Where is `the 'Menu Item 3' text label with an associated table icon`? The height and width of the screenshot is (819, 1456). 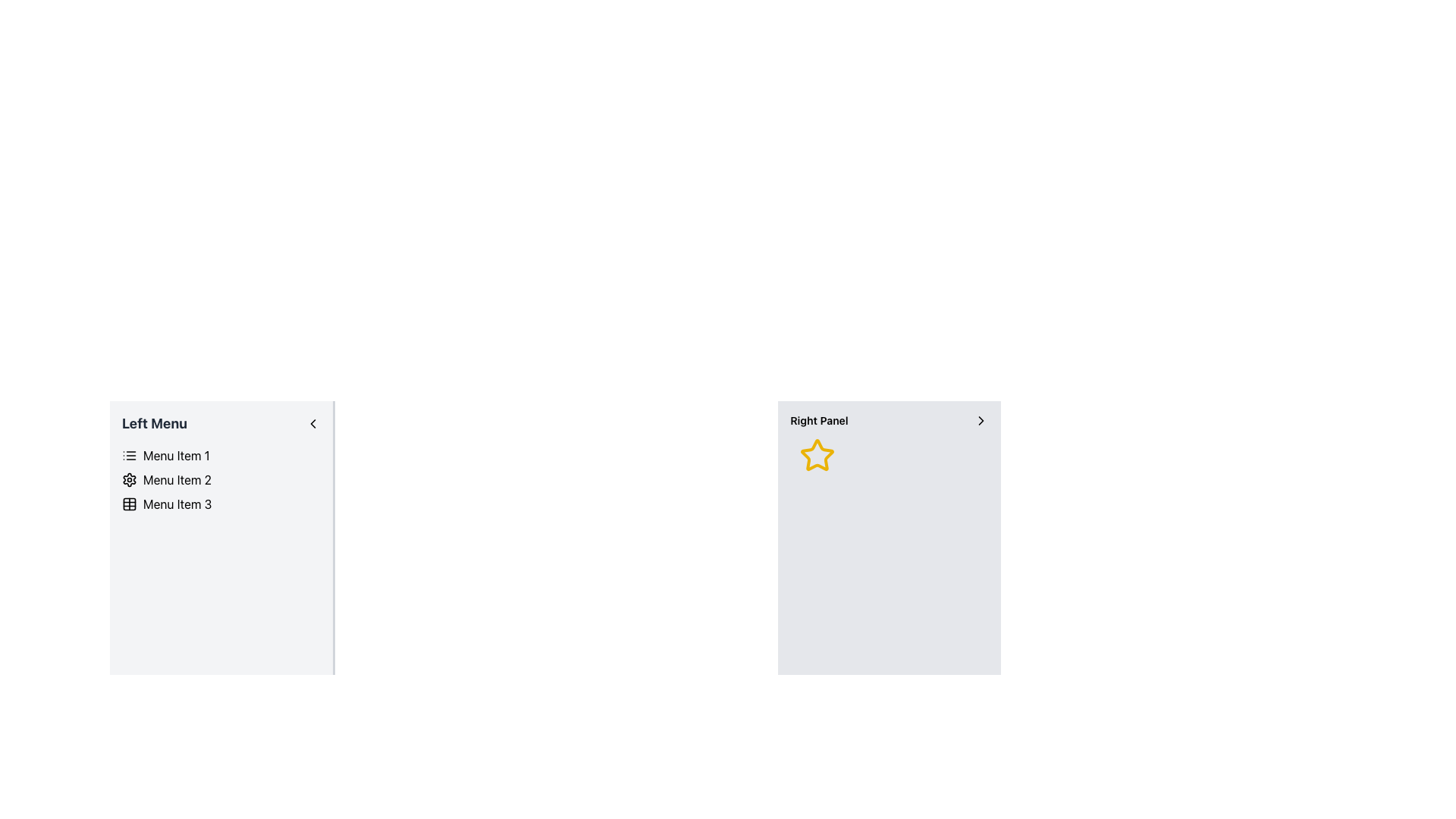
the 'Menu Item 3' text label with an associated table icon is located at coordinates (177, 504).